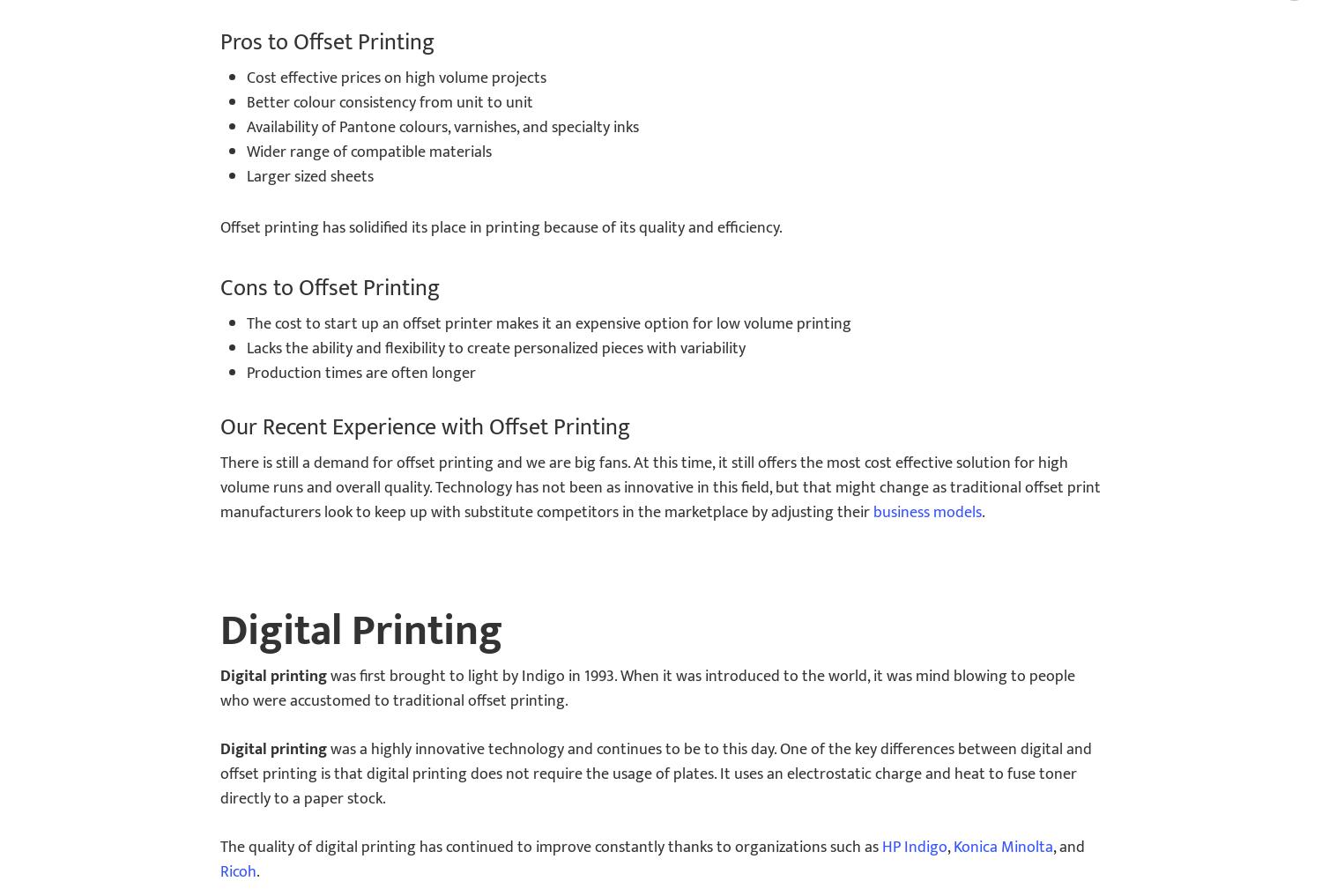  I want to click on 'Larger sized sheets', so click(309, 176).